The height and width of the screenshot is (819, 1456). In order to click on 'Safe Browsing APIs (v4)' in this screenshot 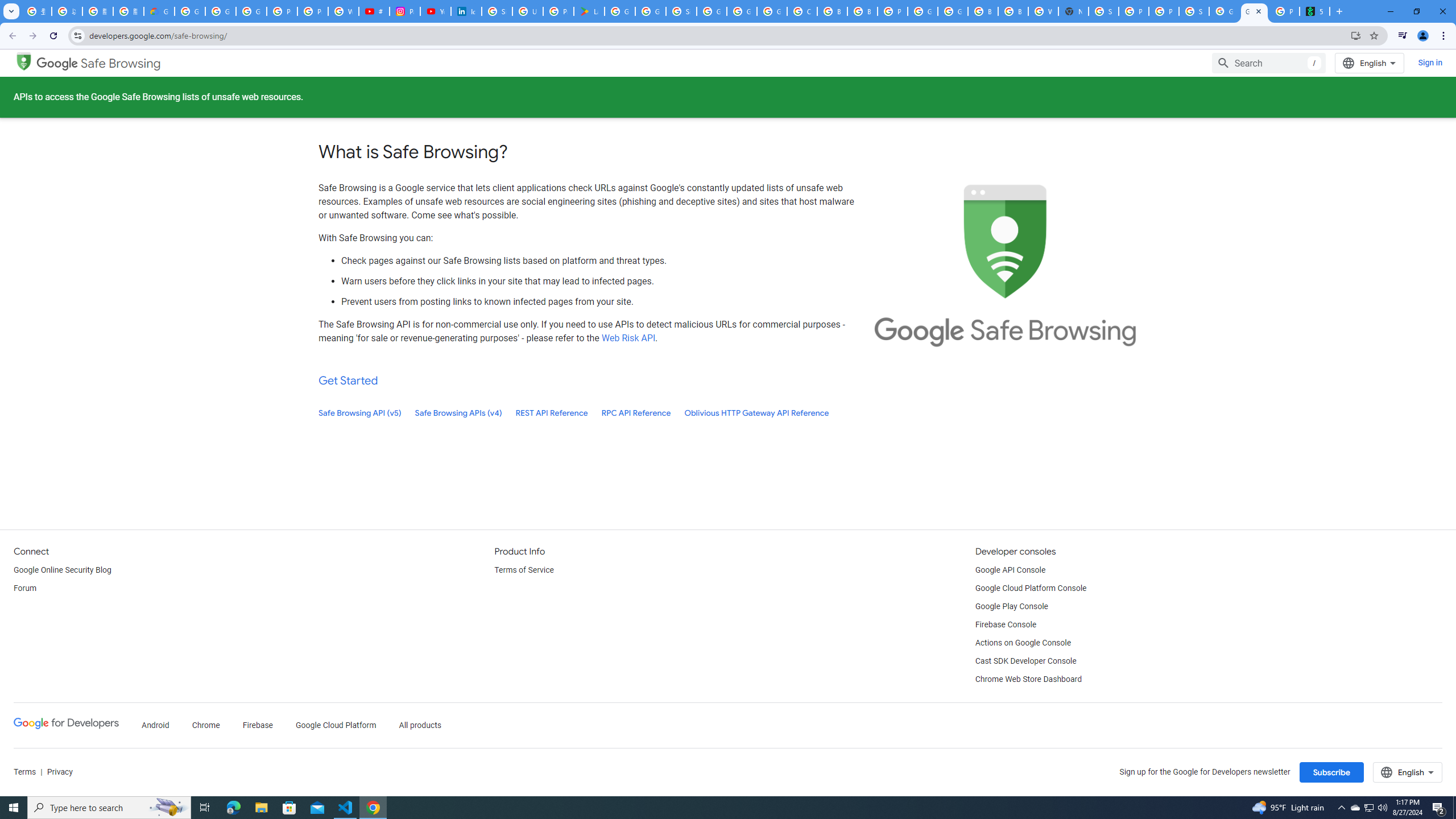, I will do `click(458, 412)`.